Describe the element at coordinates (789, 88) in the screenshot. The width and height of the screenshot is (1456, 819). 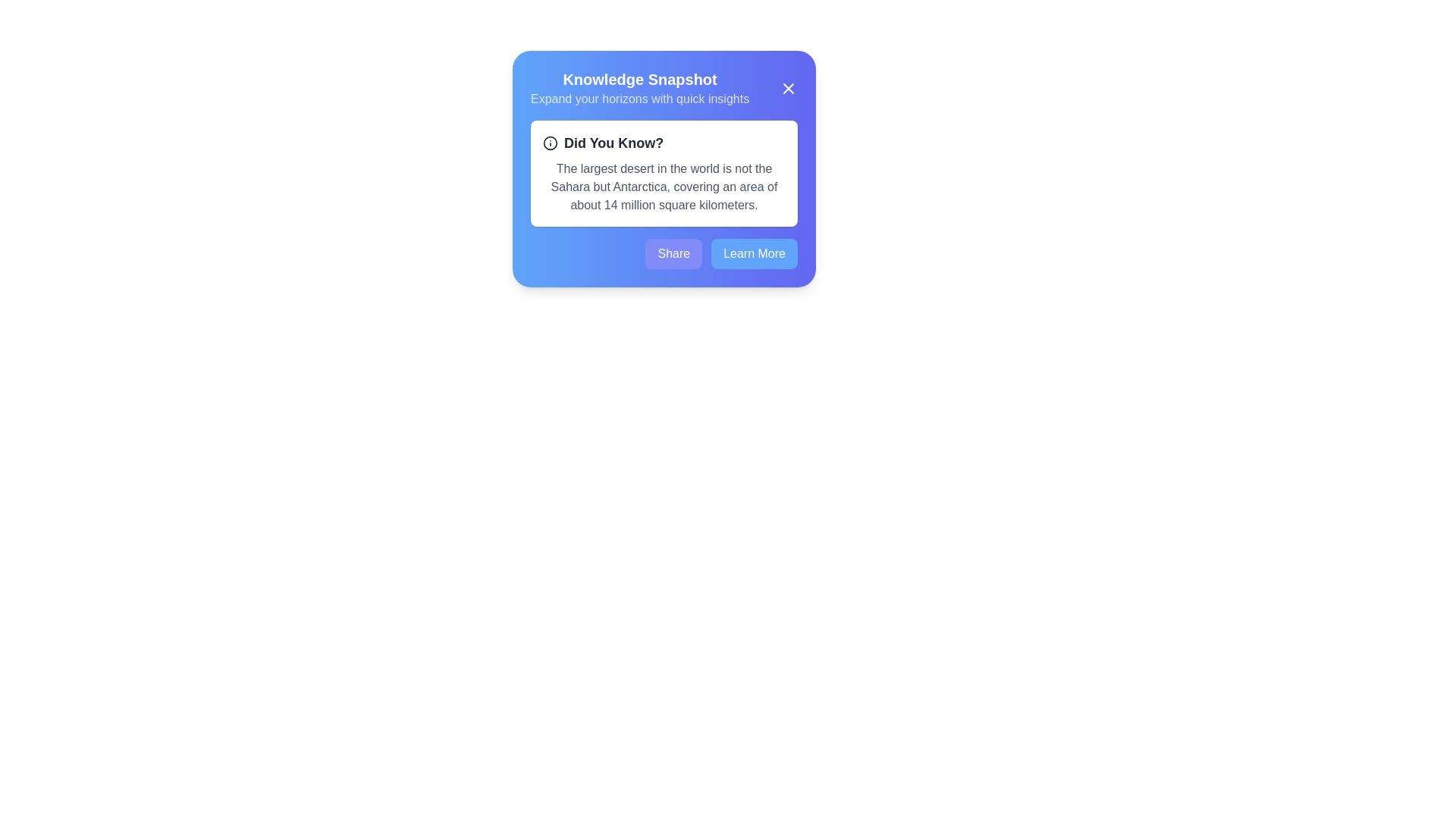
I see `the Close icon, which is a cross-shaped icon located in the top-right corner of the 'Knowledge Snapshot' card's header section` at that location.